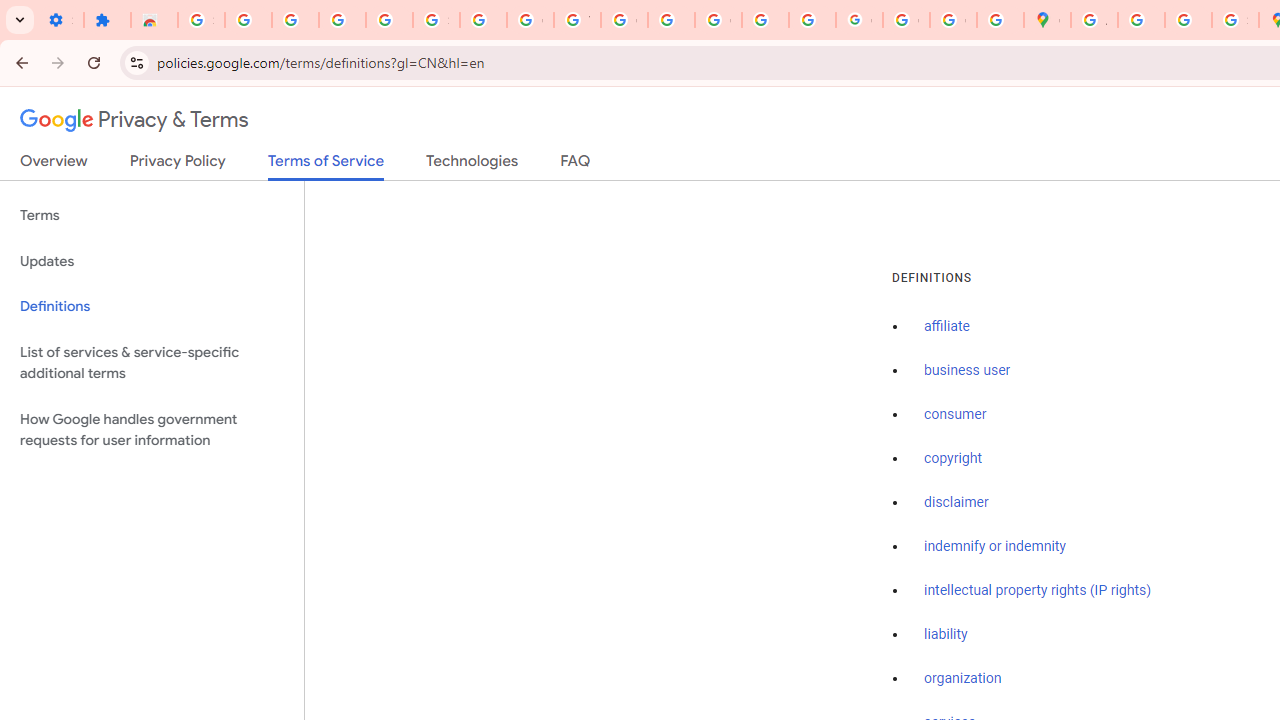 Image resolution: width=1280 pixels, height=720 pixels. What do you see at coordinates (151, 428) in the screenshot?
I see `'How Google handles government requests for user information'` at bounding box center [151, 428].